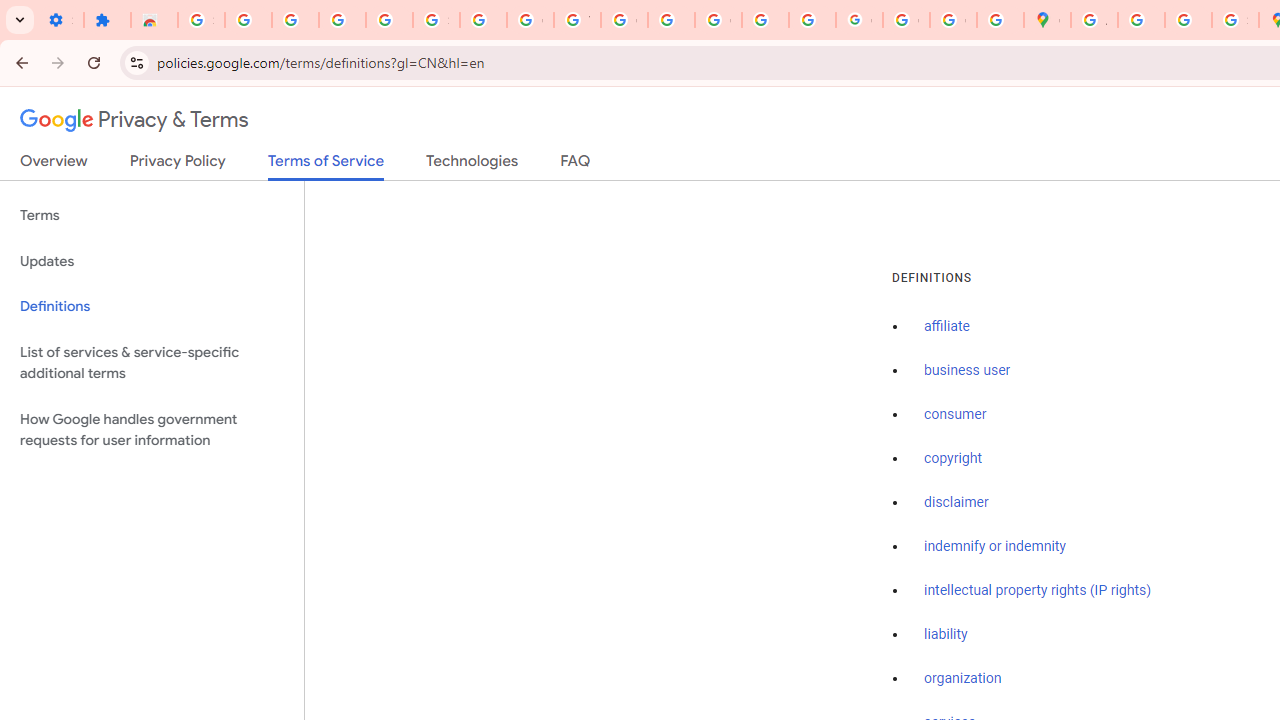 Image resolution: width=1280 pixels, height=720 pixels. What do you see at coordinates (151, 428) in the screenshot?
I see `'How Google handles government requests for user information'` at bounding box center [151, 428].